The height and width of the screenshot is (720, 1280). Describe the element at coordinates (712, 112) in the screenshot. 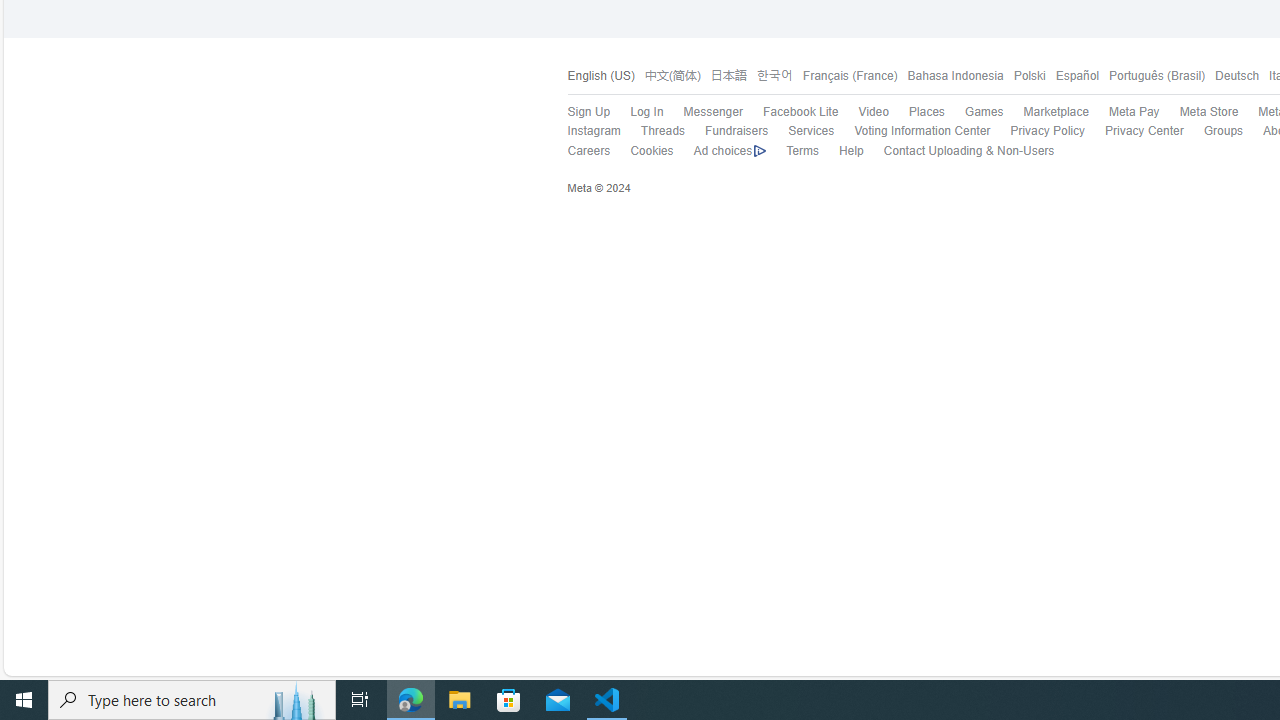

I see `'Messenger'` at that location.